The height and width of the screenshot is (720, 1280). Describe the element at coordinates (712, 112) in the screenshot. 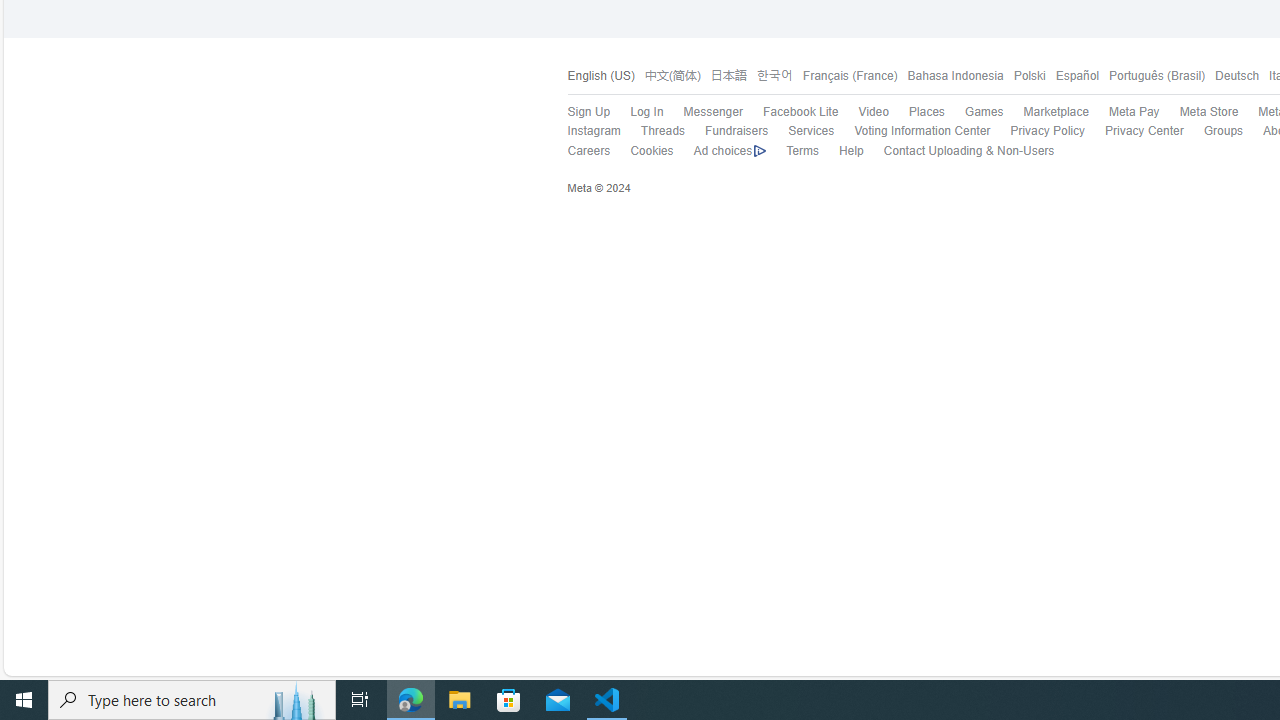

I see `'Messenger'` at that location.